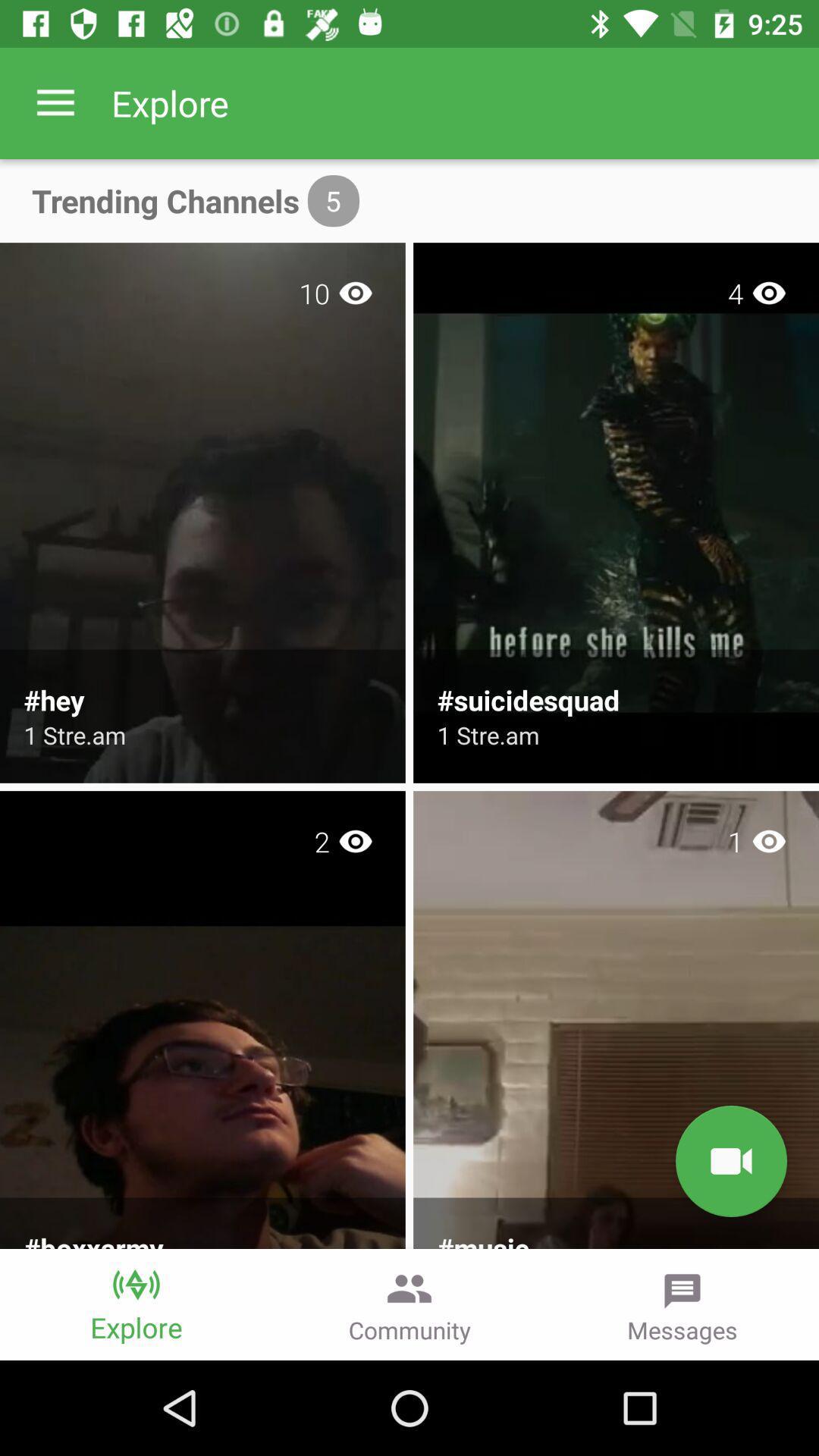 The image size is (819, 1456). I want to click on the videocam icon, so click(730, 1160).